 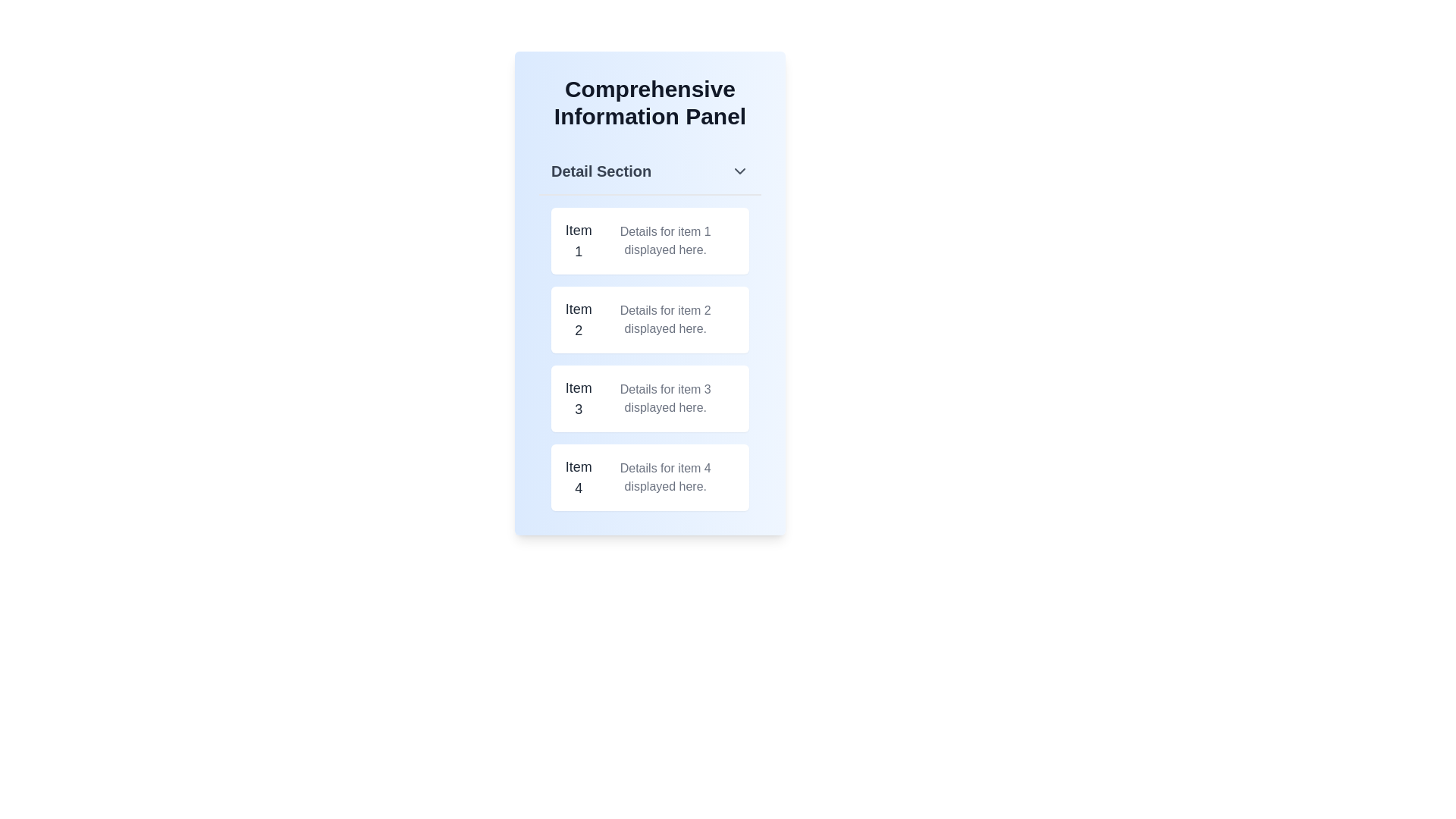 I want to click on the Collapsible or Dropdown Header, so click(x=650, y=171).